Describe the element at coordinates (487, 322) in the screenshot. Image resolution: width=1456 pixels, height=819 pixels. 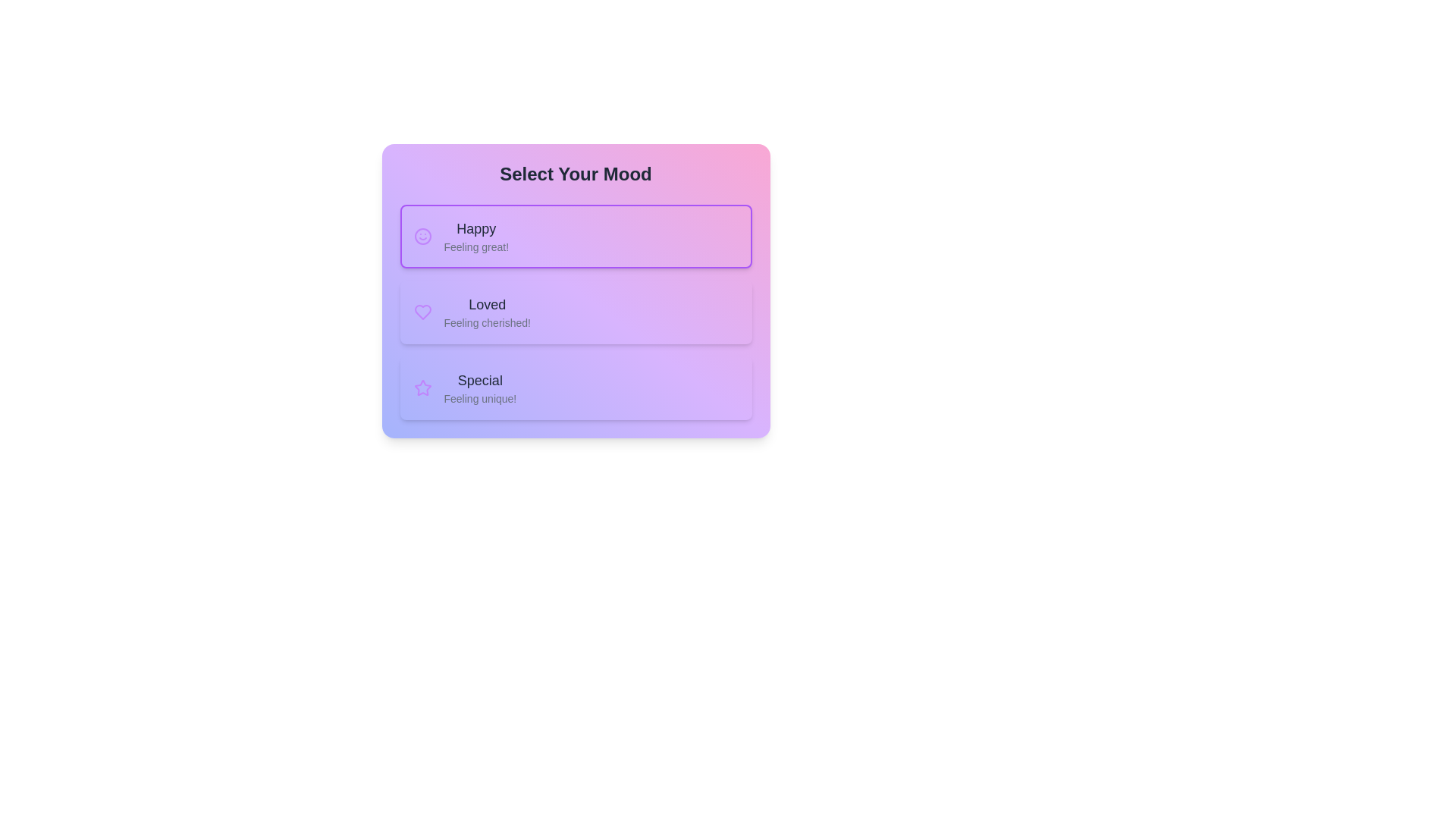
I see `the Text Label displaying 'Feeling cherished!' located below the 'Loved' heading in the bordered box with a purple gradient background` at that location.